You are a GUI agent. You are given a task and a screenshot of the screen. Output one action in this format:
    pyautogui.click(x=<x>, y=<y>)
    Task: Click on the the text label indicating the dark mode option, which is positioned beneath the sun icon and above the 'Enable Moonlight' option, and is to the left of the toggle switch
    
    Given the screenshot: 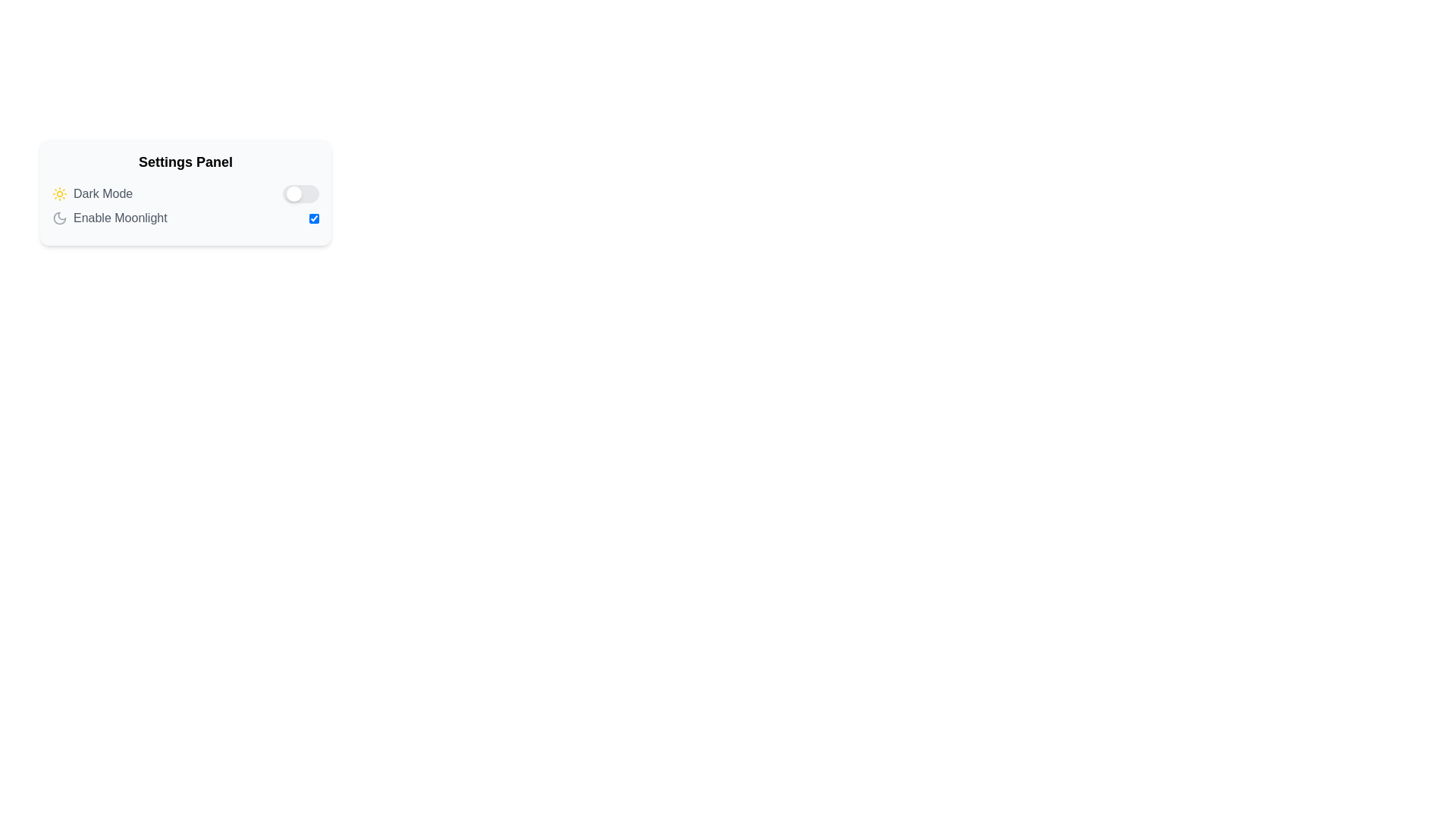 What is the action you would take?
    pyautogui.click(x=102, y=193)
    